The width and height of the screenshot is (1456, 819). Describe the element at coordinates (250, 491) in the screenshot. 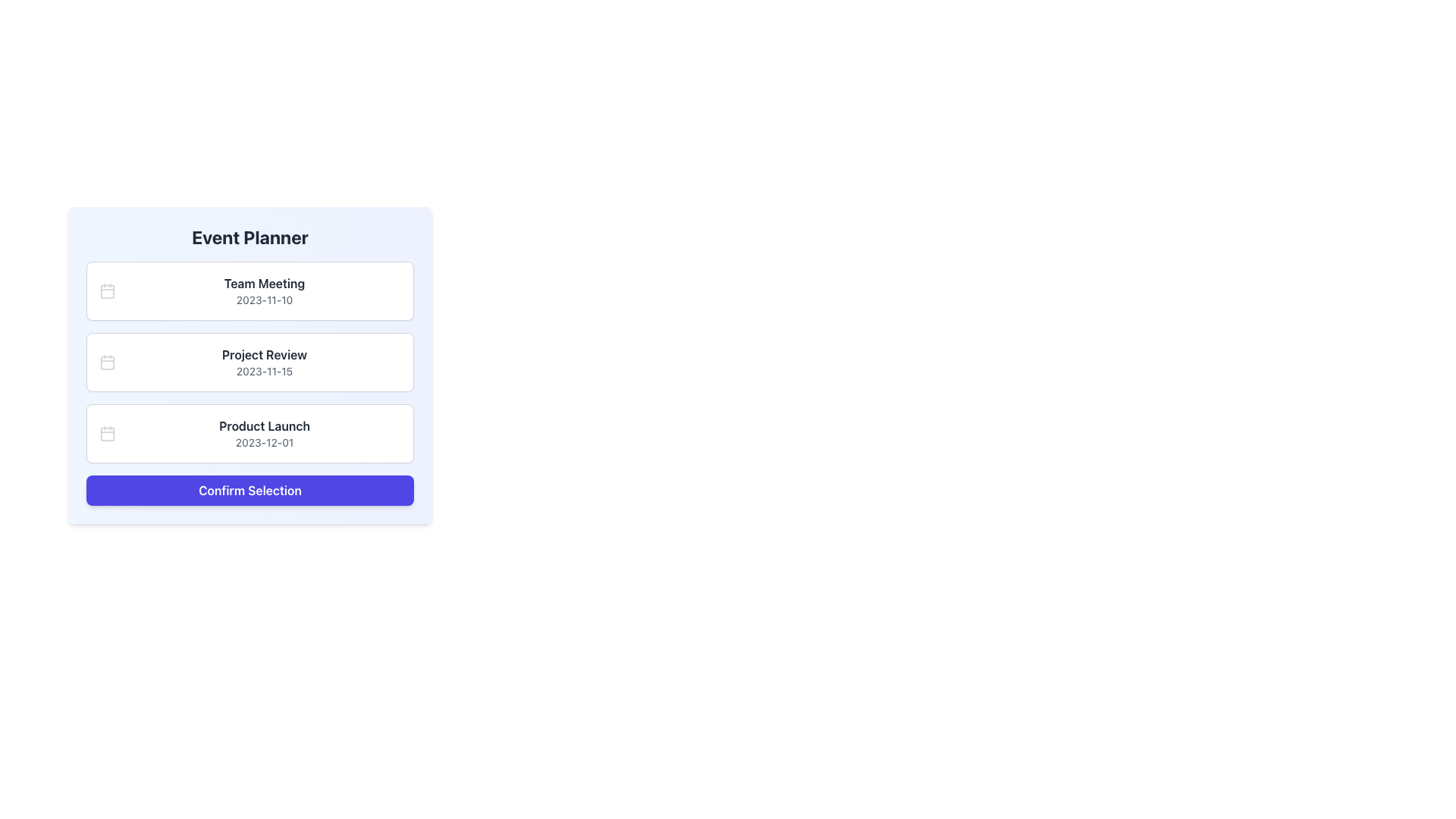

I see `the confirm button located at the bottom of the 'Event Planner' interface to confirm the user's selection of events` at that location.